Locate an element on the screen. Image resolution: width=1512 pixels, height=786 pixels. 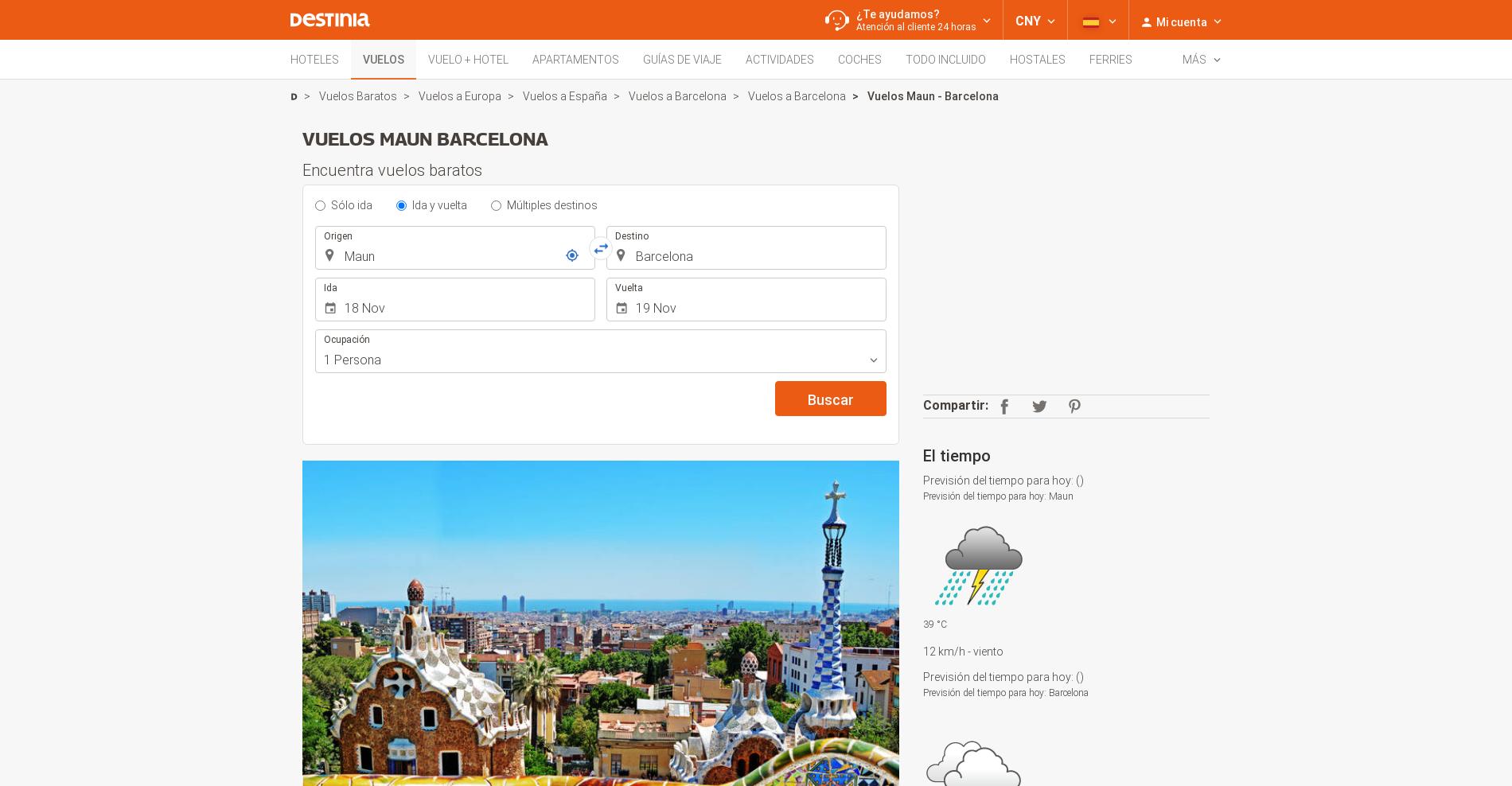
'12 km/h' is located at coordinates (922, 651).